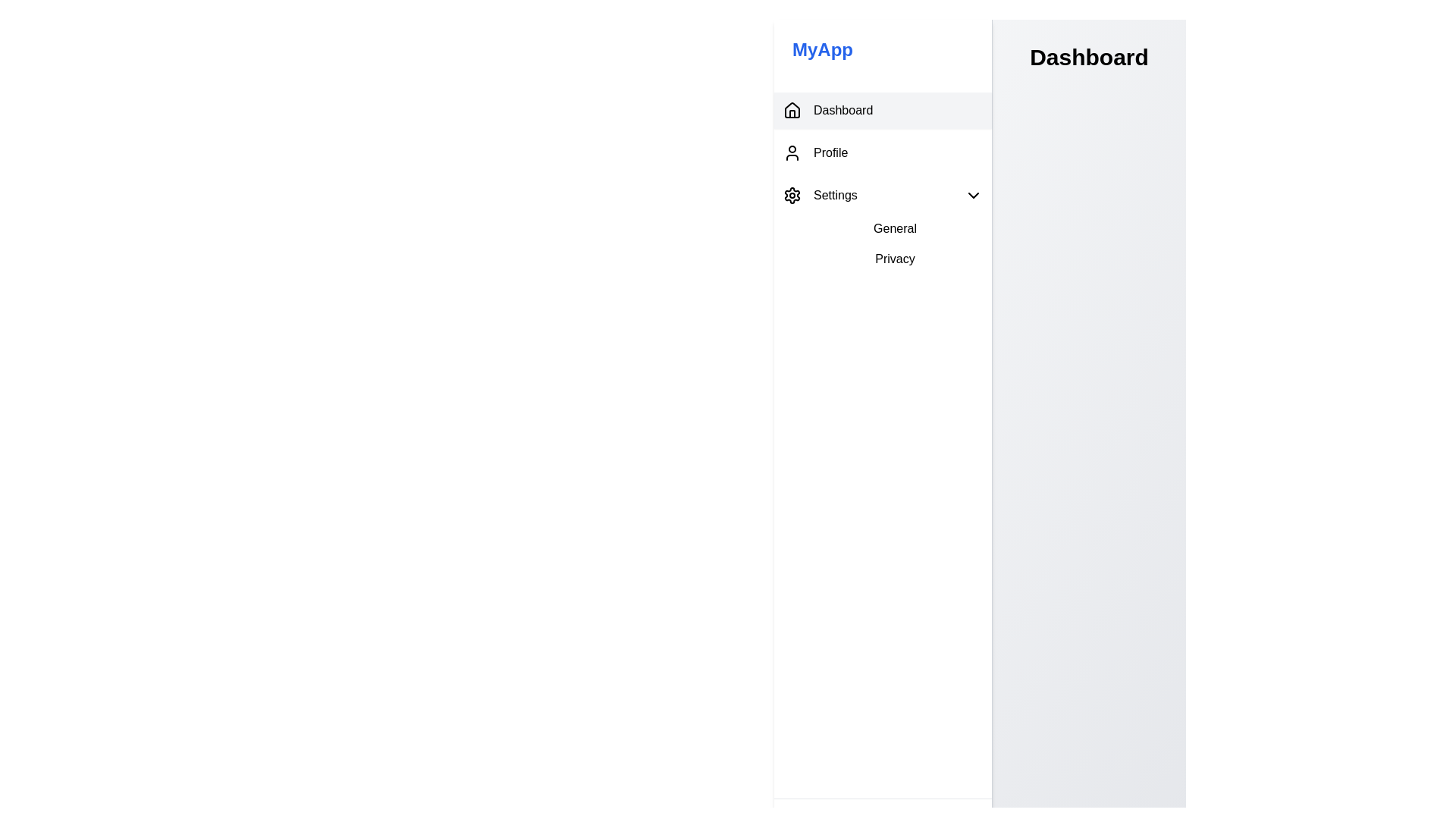  I want to click on the 'Profile' icon located in the sidebar next to the text label 'Profile', so click(792, 152).